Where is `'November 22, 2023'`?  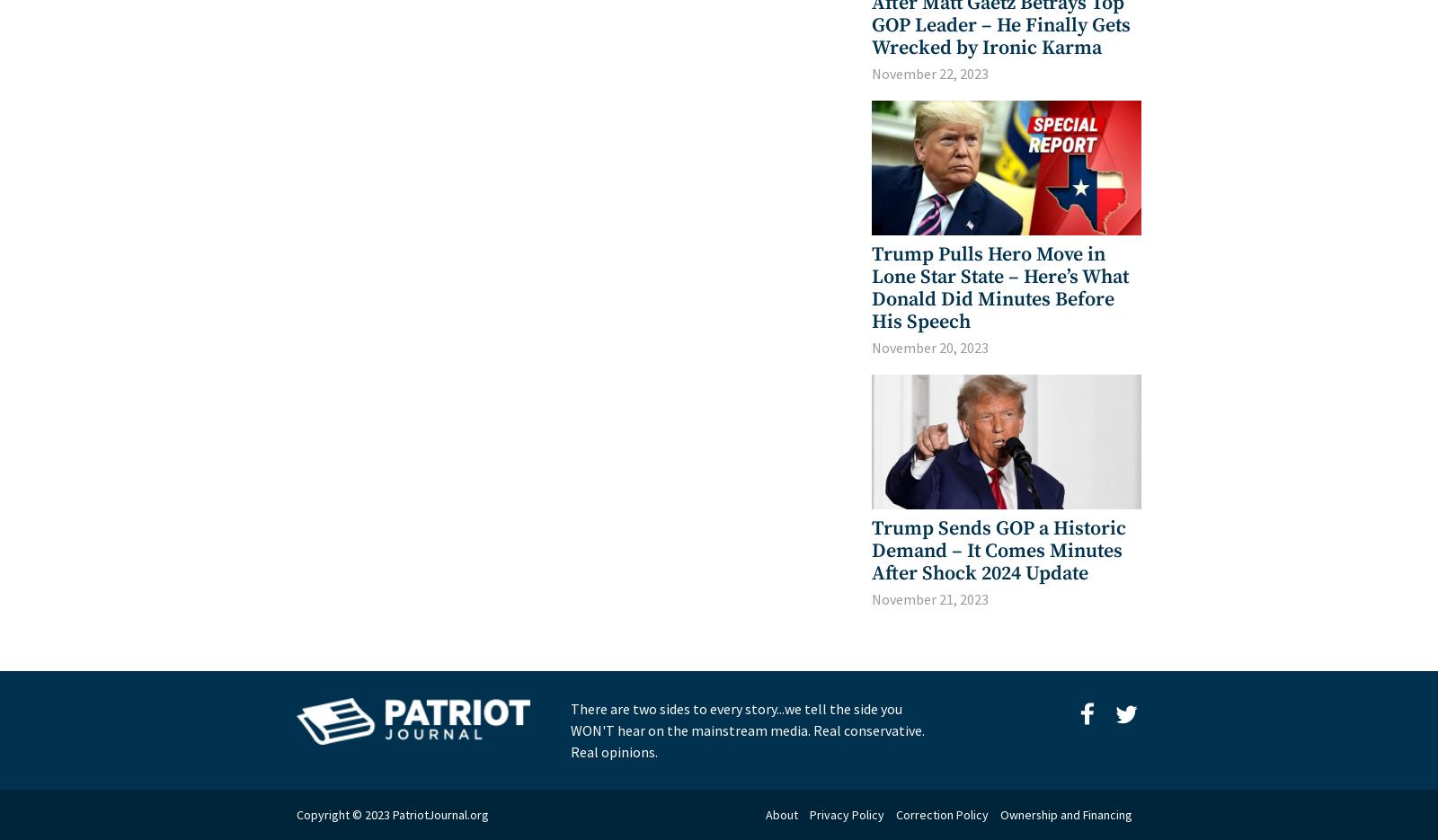
'November 22, 2023' is located at coordinates (870, 73).